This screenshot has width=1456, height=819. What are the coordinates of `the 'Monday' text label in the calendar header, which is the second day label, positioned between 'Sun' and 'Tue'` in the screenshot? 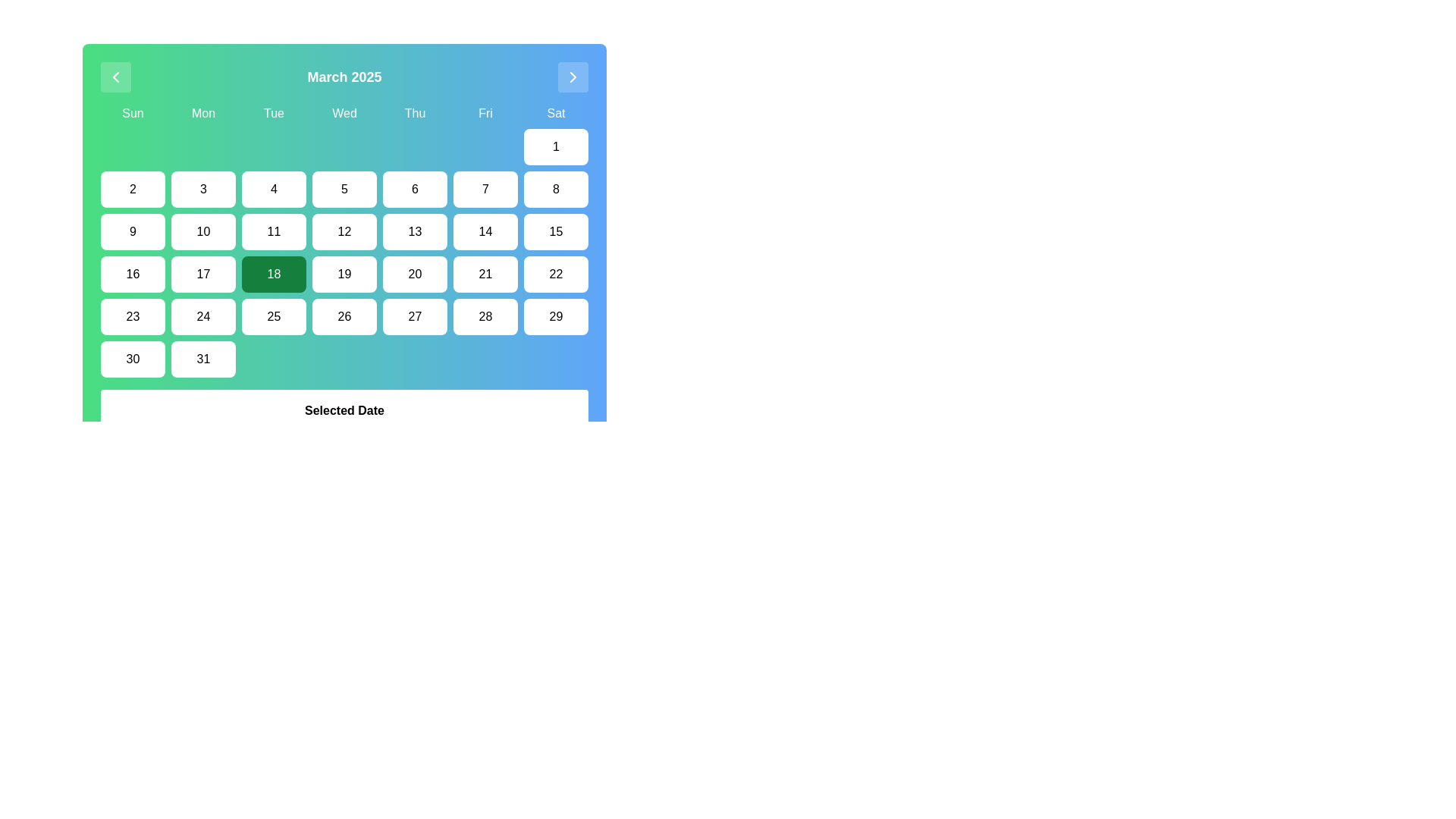 It's located at (202, 113).